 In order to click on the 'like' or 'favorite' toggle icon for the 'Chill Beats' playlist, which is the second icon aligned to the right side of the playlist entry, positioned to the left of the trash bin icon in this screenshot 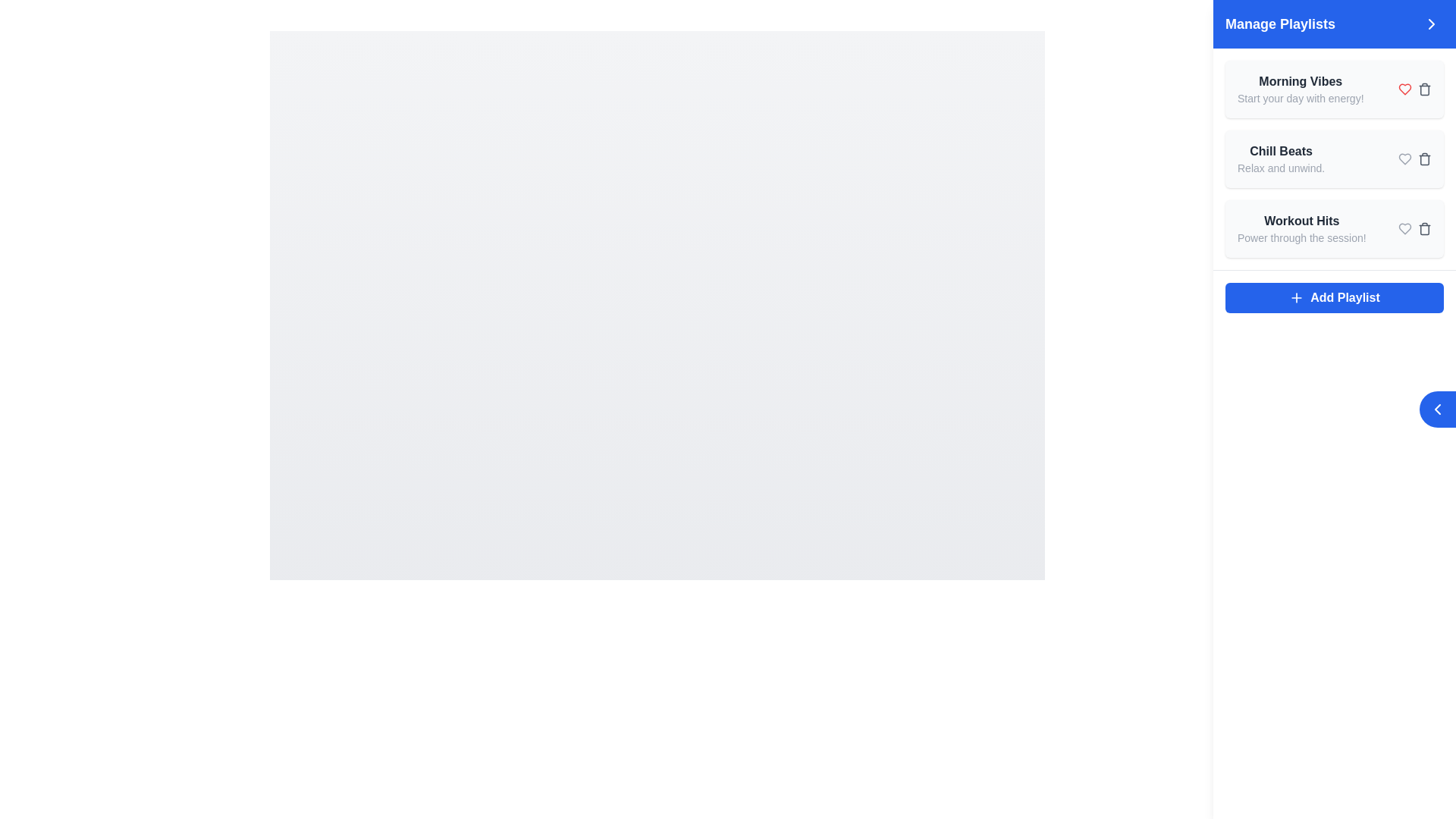, I will do `click(1404, 158)`.